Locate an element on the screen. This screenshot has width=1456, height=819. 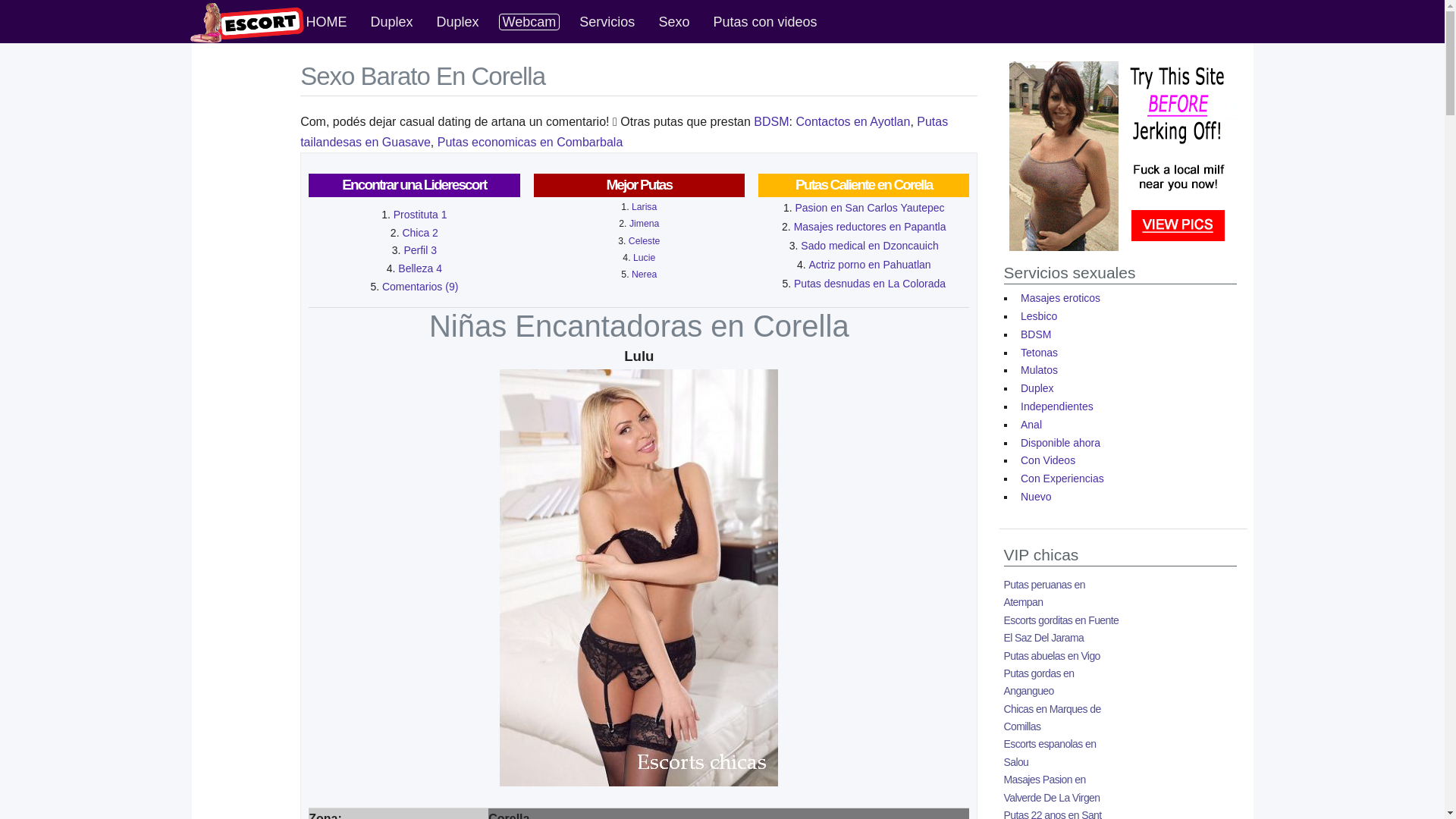
'Chica 2' is located at coordinates (419, 233).